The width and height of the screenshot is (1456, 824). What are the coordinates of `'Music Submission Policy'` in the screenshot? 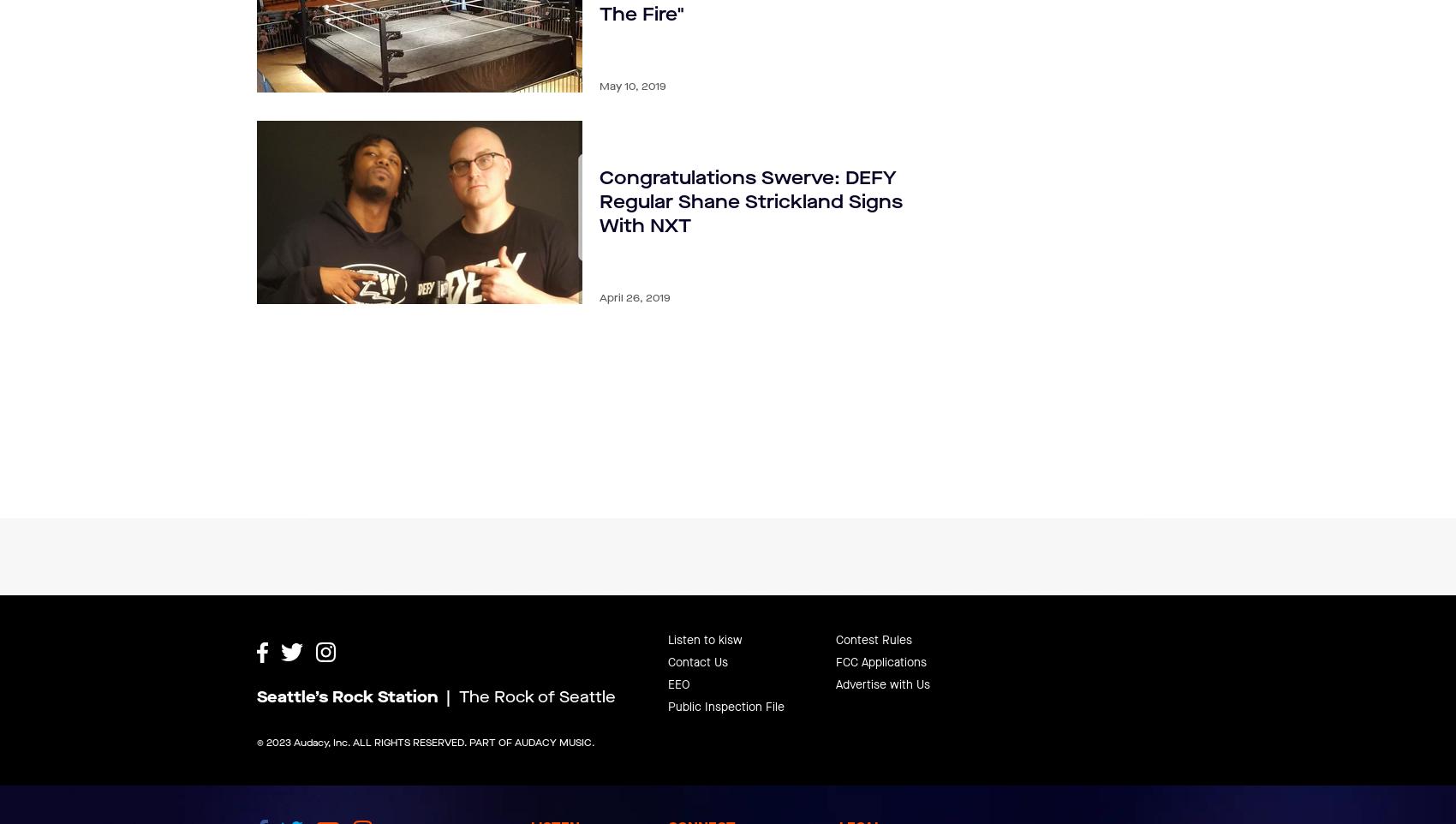 It's located at (1074, 803).